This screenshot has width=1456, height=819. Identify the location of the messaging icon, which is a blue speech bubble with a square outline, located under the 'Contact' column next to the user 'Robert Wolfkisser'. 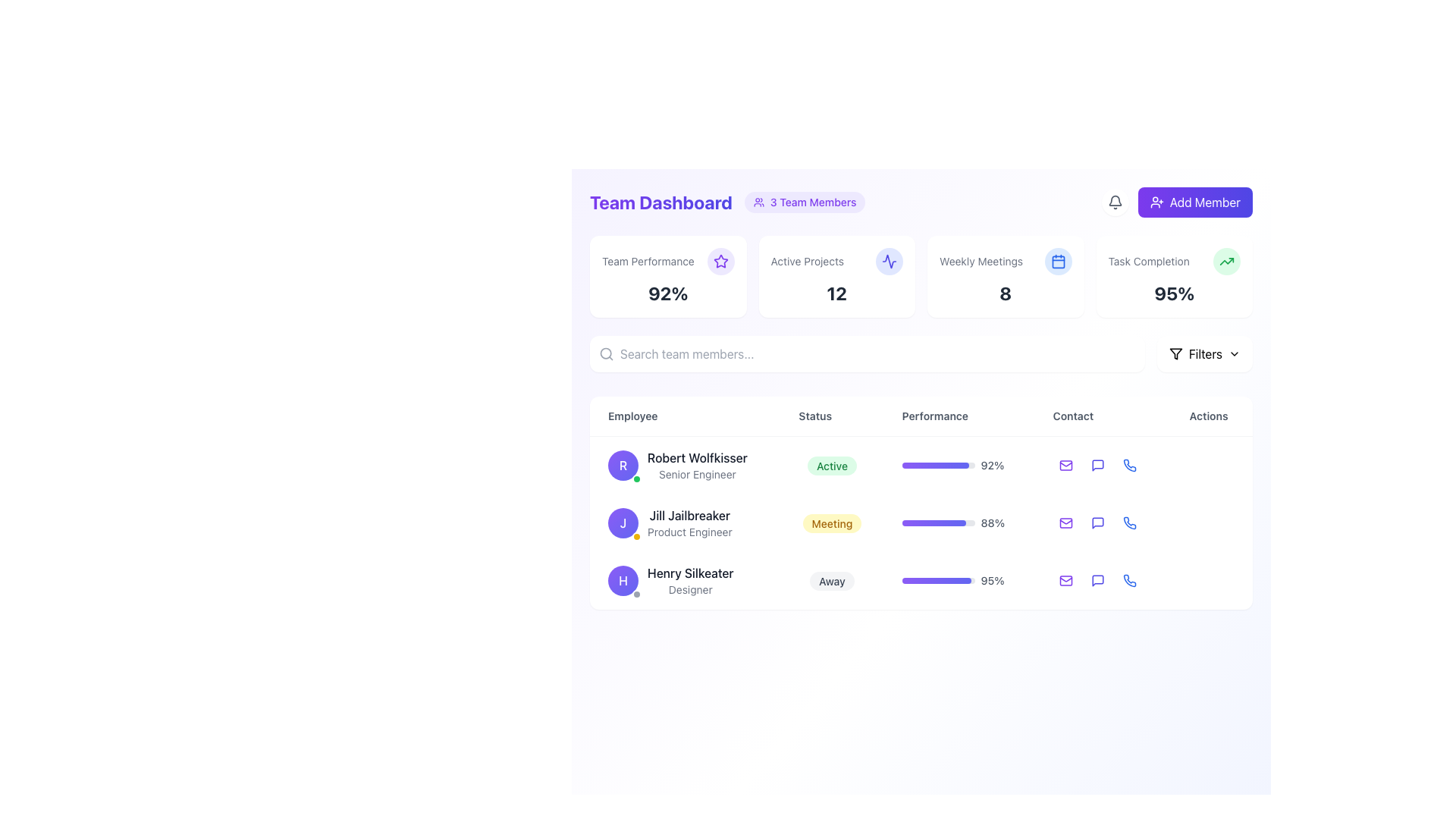
(1097, 464).